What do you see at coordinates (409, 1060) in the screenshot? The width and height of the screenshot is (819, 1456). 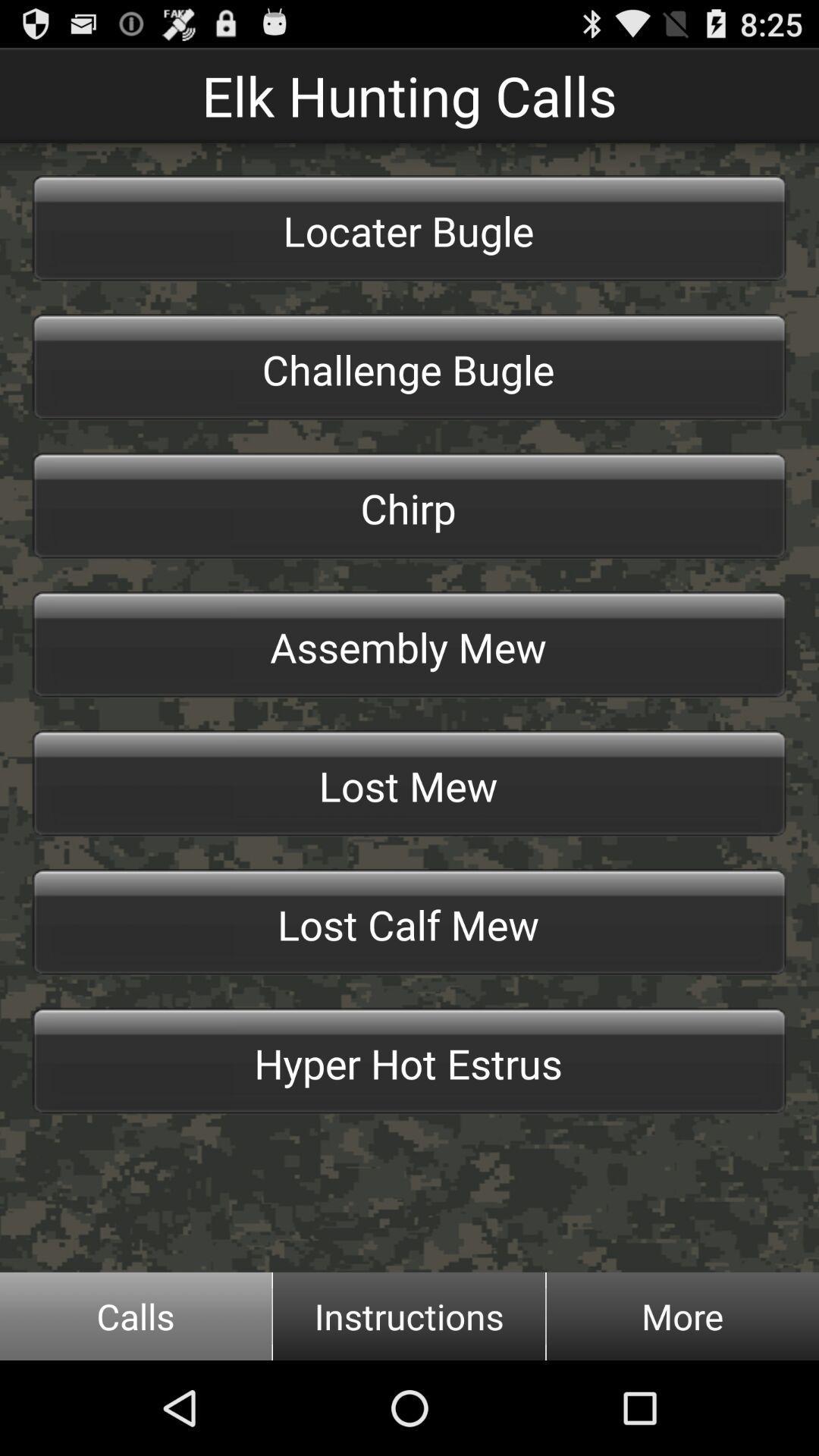 I see `app above the calls item` at bounding box center [409, 1060].